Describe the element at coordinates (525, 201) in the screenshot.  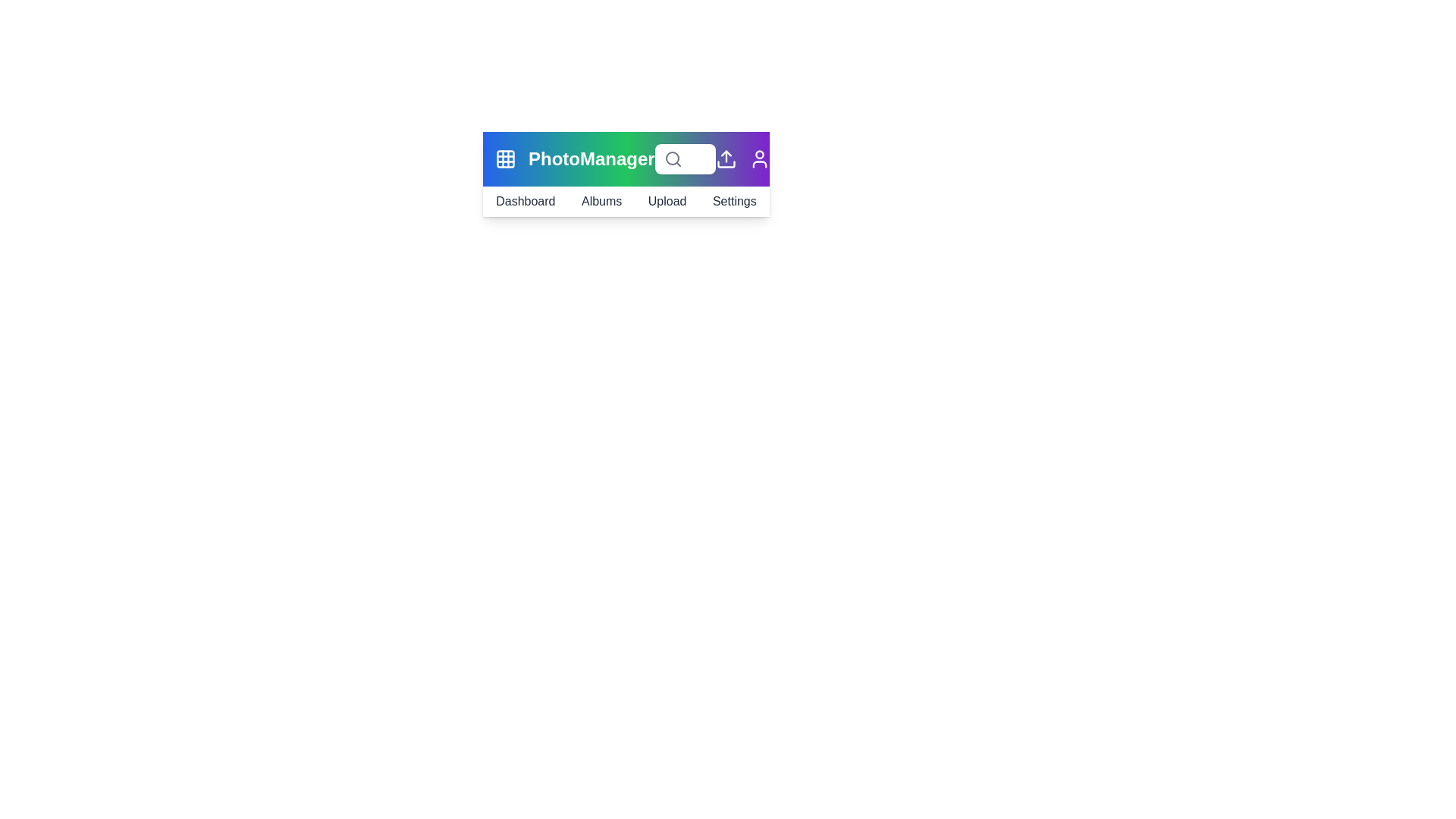
I see `the 'Dashboard' navigation link` at that location.